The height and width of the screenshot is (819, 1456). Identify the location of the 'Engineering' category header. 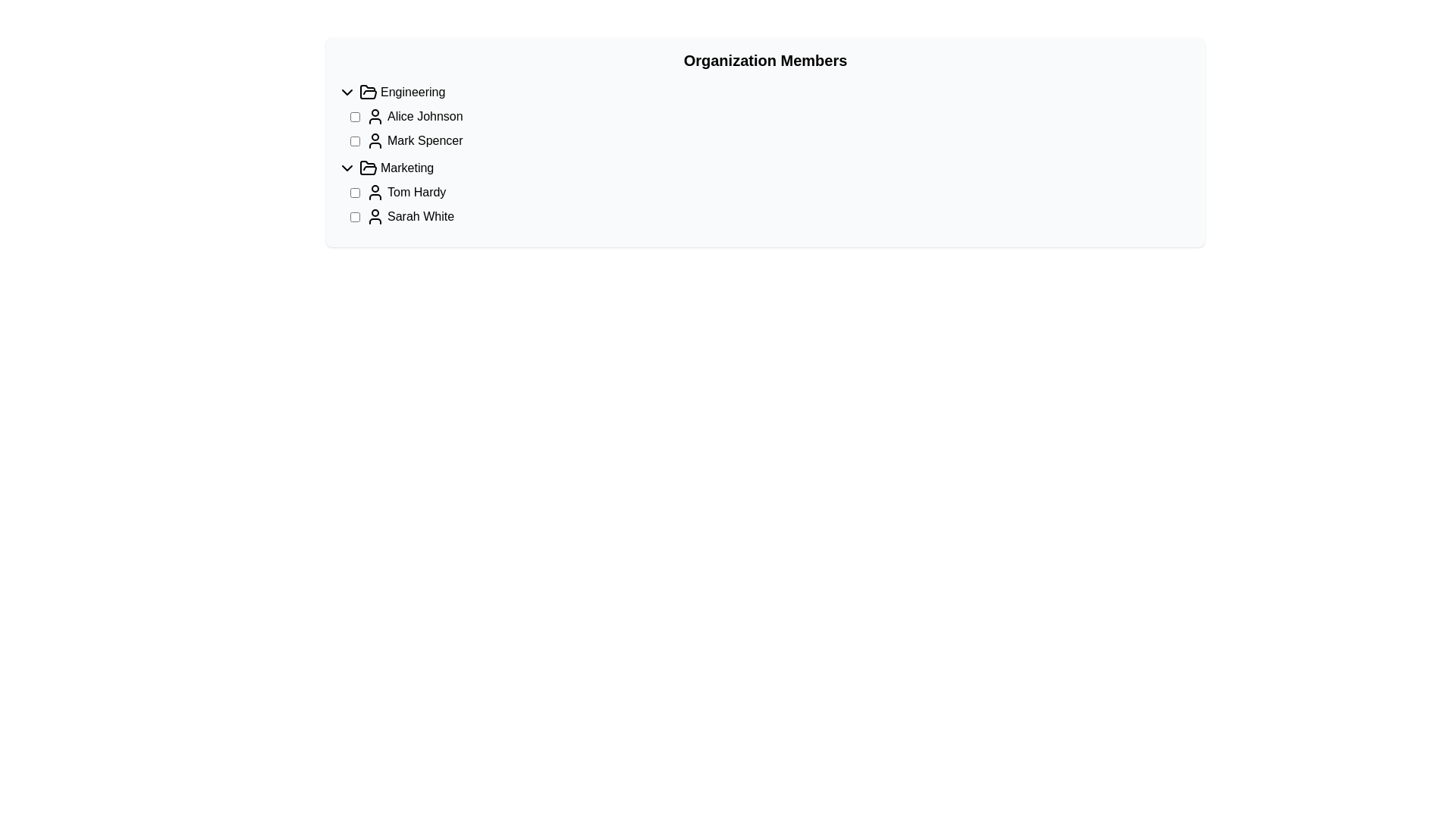
(391, 93).